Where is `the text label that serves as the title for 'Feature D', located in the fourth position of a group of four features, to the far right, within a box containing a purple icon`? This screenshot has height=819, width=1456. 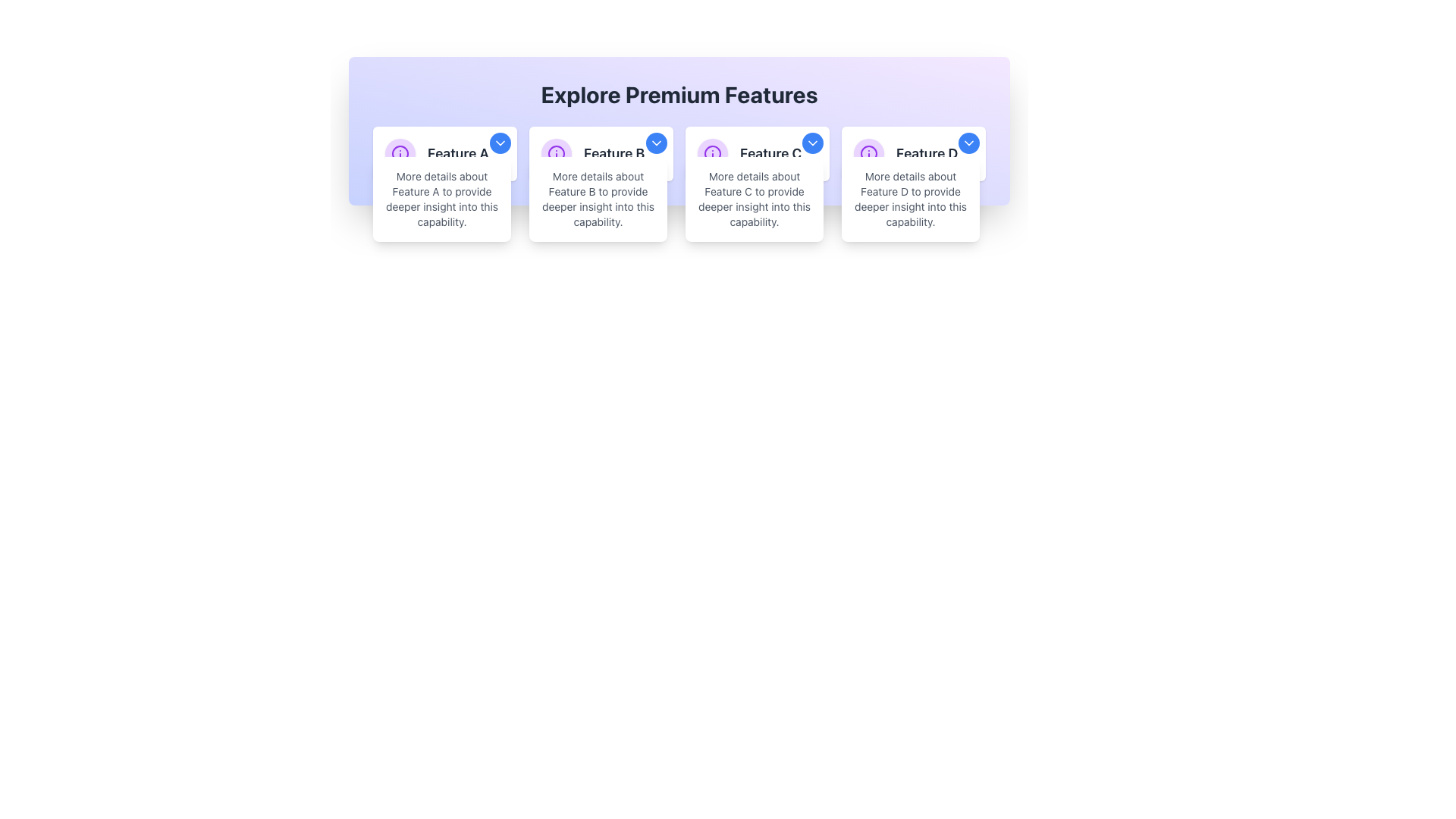
the text label that serves as the title for 'Feature D', located in the fourth position of a group of four features, to the far right, within a box containing a purple icon is located at coordinates (926, 154).